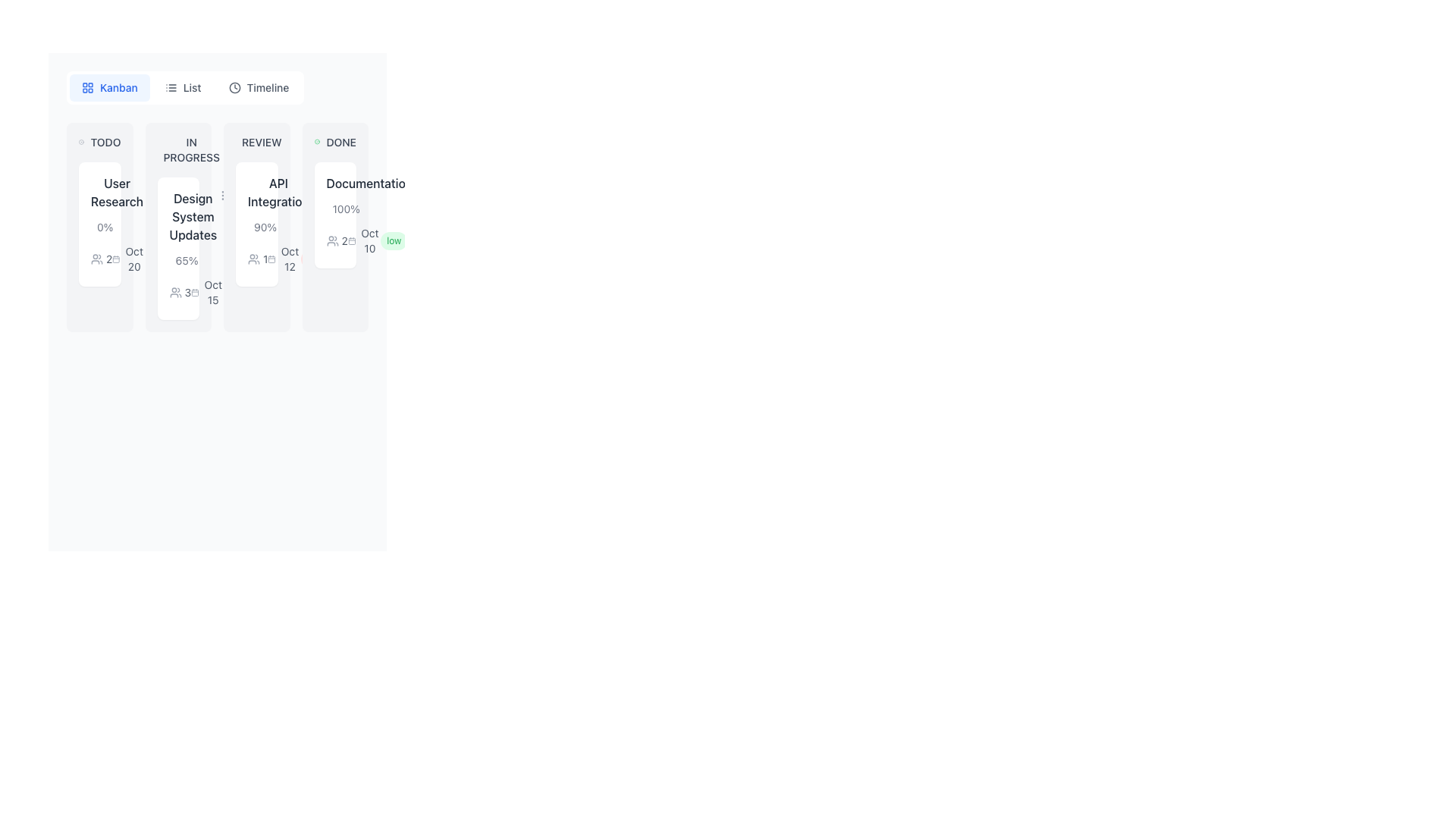 This screenshot has height=819, width=1456. Describe the element at coordinates (258, 259) in the screenshot. I see `numeric indicator '1' associated with the user silhouette icon located in the 'API Integration' card under the 'REVIEW' column in the kanban board interface` at that location.